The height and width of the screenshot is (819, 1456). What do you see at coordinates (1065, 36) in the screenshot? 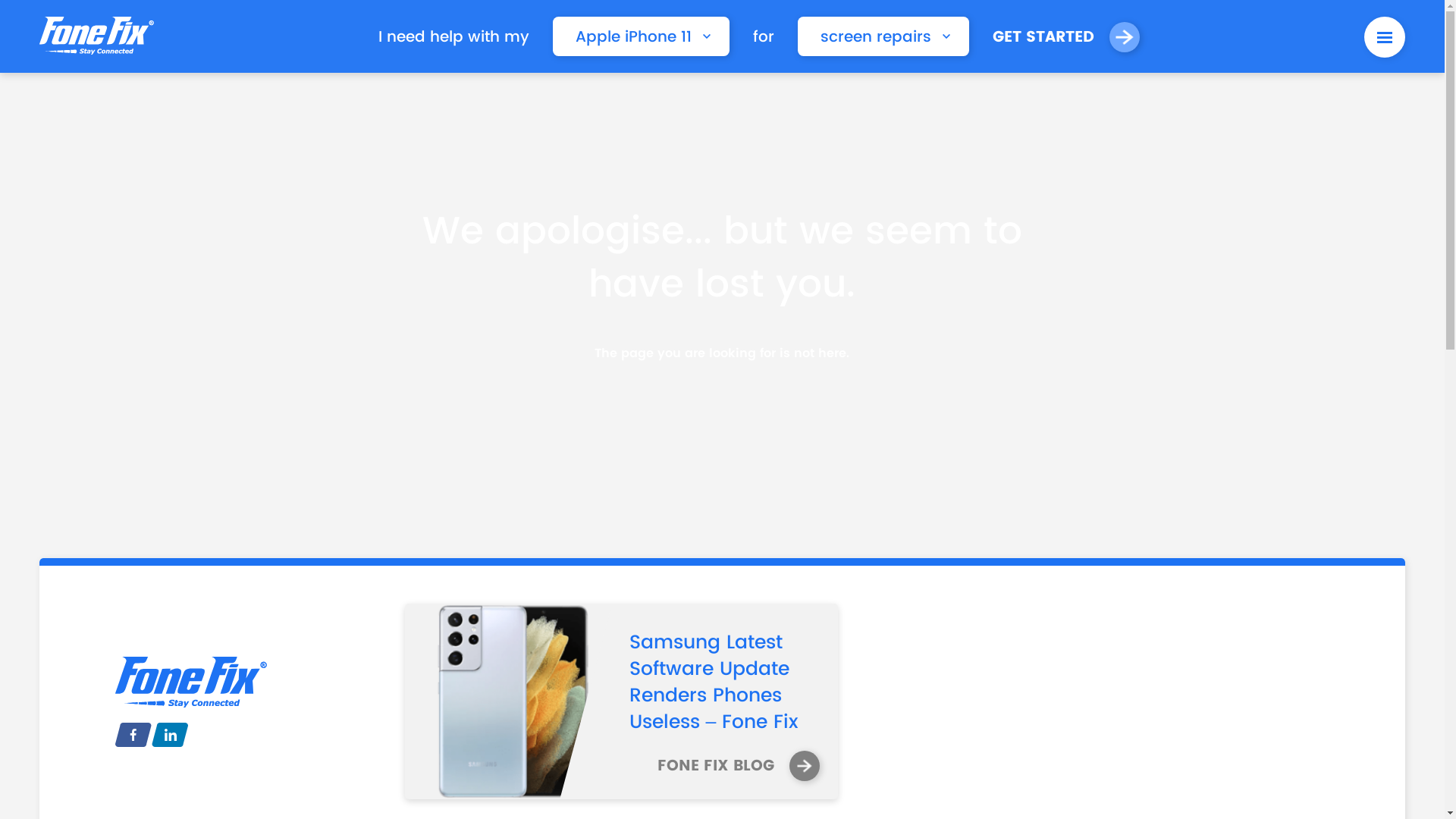
I see `'GET STARTED'` at bounding box center [1065, 36].